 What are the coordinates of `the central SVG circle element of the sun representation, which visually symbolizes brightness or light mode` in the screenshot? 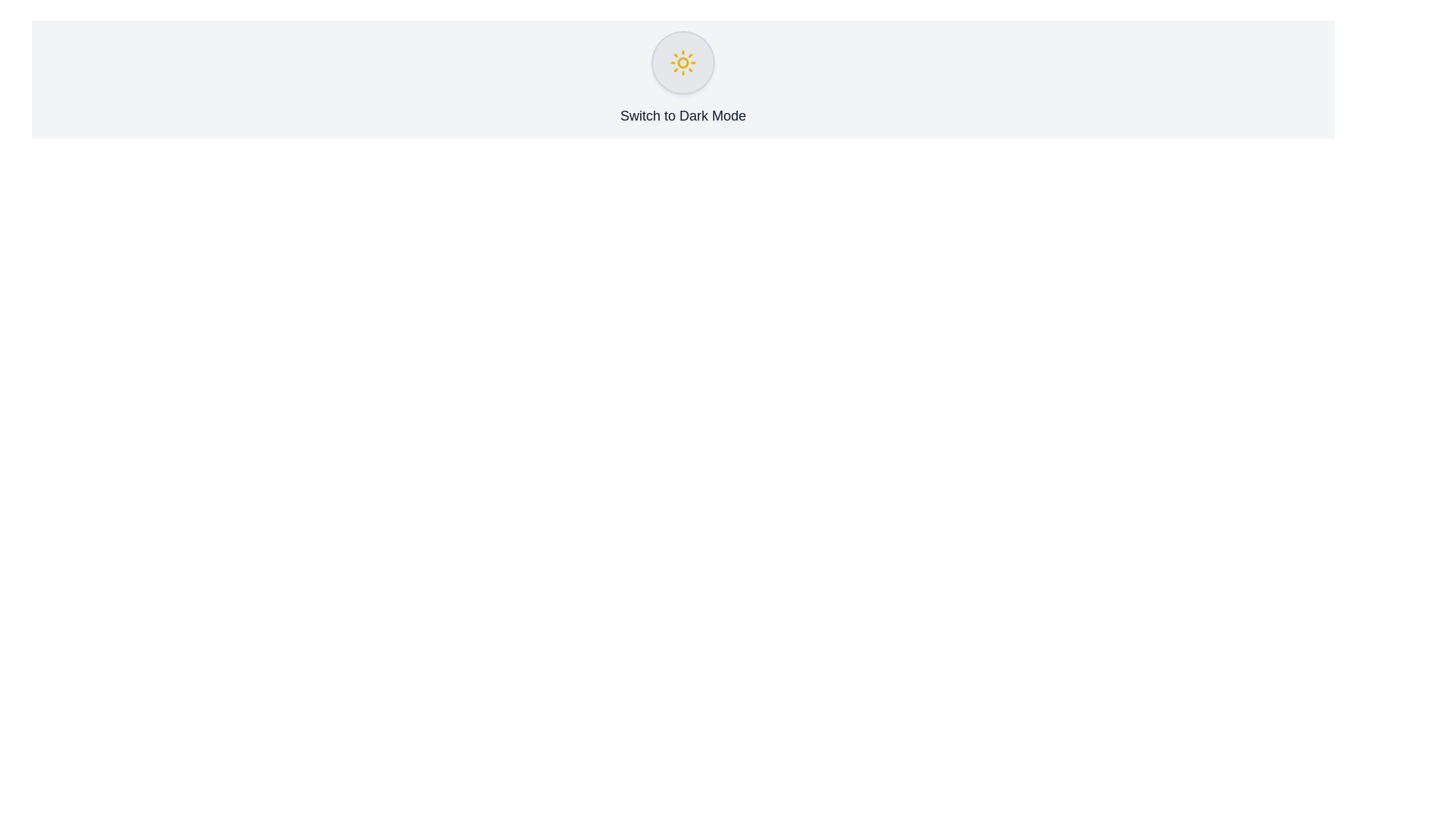 It's located at (682, 62).